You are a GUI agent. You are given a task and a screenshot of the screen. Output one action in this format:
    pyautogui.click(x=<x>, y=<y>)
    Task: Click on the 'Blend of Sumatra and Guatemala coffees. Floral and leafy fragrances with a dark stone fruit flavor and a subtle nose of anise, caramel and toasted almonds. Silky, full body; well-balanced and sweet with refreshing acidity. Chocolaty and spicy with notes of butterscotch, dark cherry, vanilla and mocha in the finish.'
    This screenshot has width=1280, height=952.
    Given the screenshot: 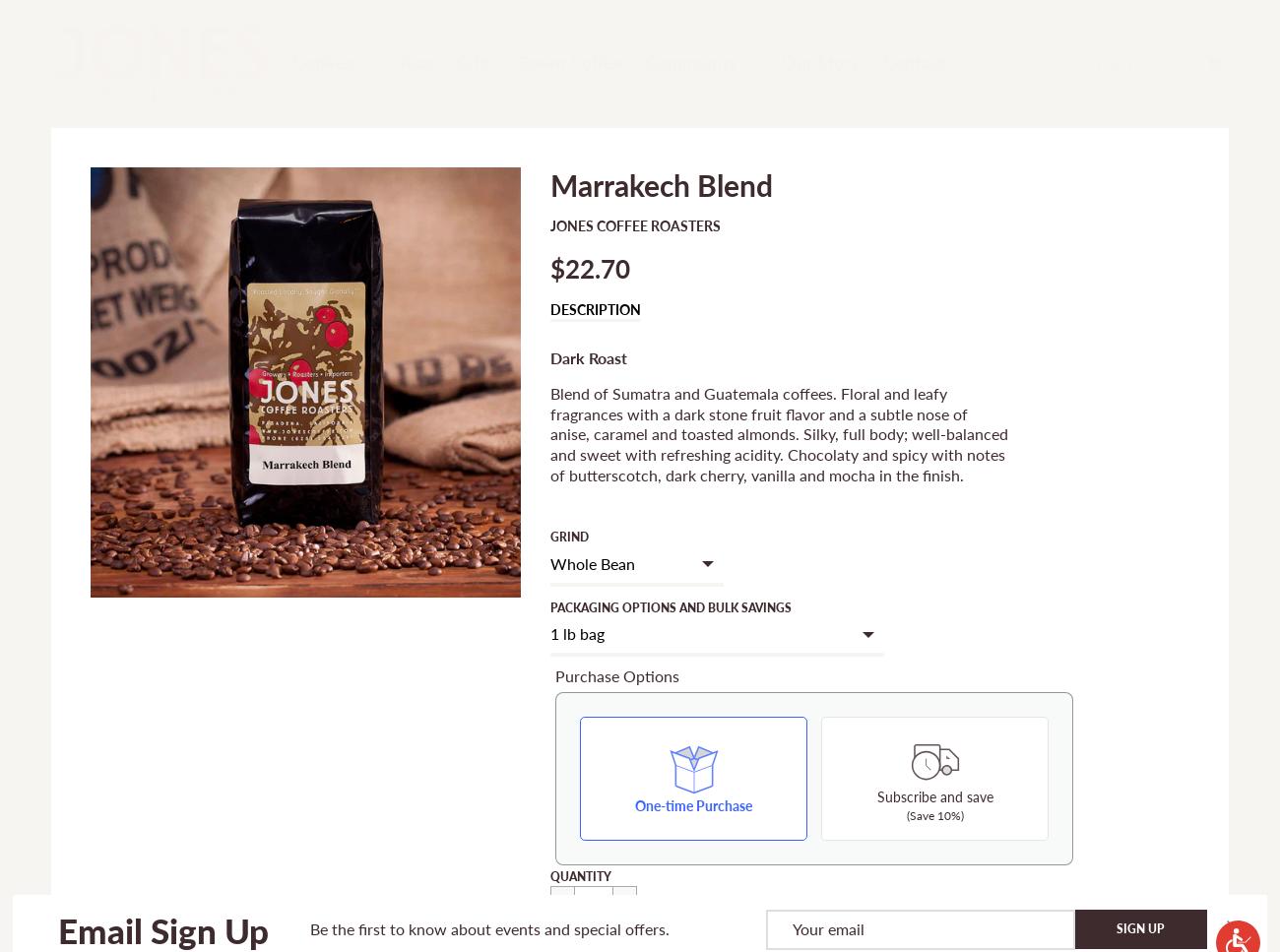 What is the action you would take?
    pyautogui.click(x=778, y=431)
    